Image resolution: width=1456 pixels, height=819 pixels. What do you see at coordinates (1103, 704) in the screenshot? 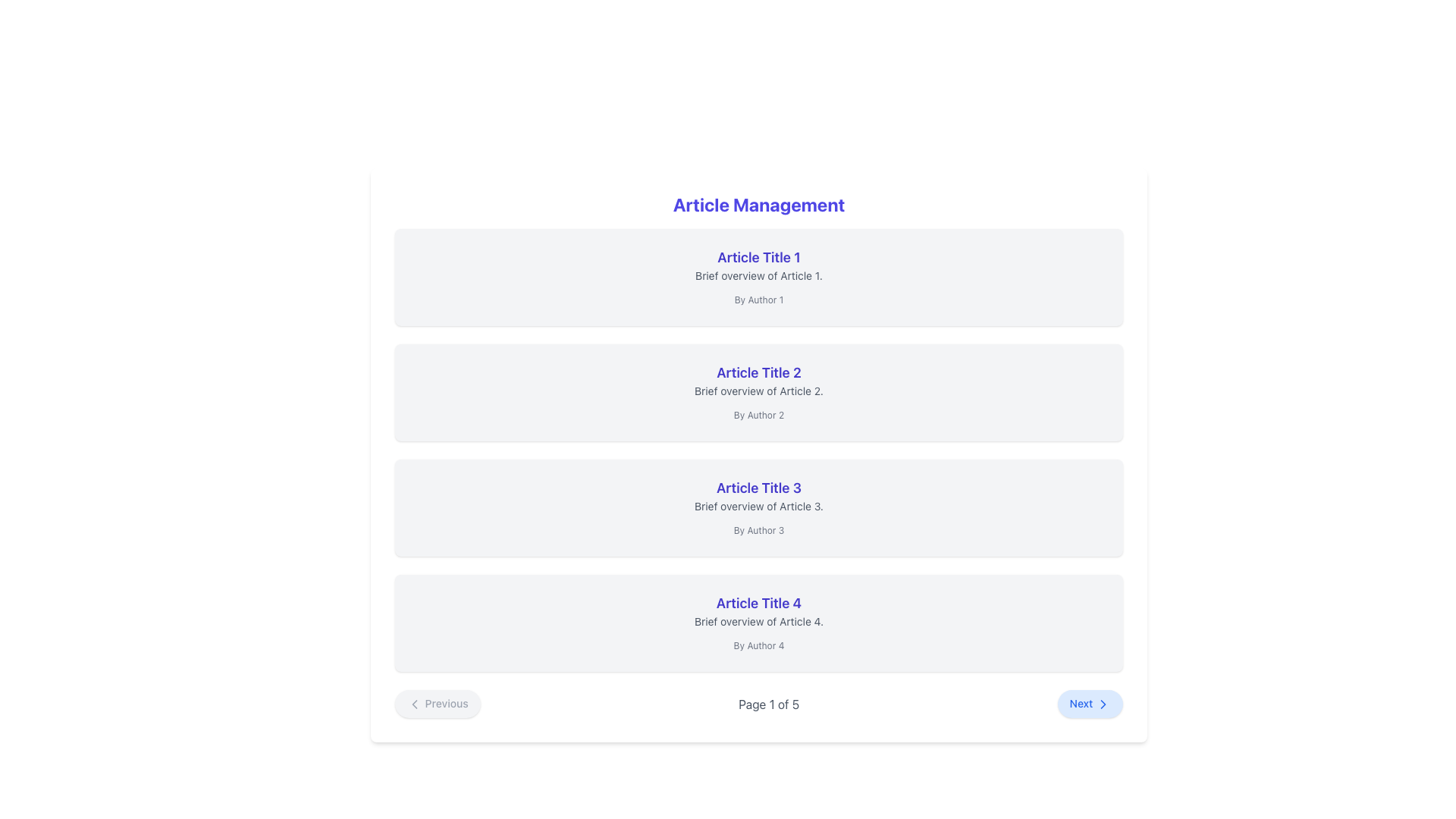
I see `the Right-arrow icon located immediately to the right of the 'Next' button in the bottom-right corner of the page` at bounding box center [1103, 704].